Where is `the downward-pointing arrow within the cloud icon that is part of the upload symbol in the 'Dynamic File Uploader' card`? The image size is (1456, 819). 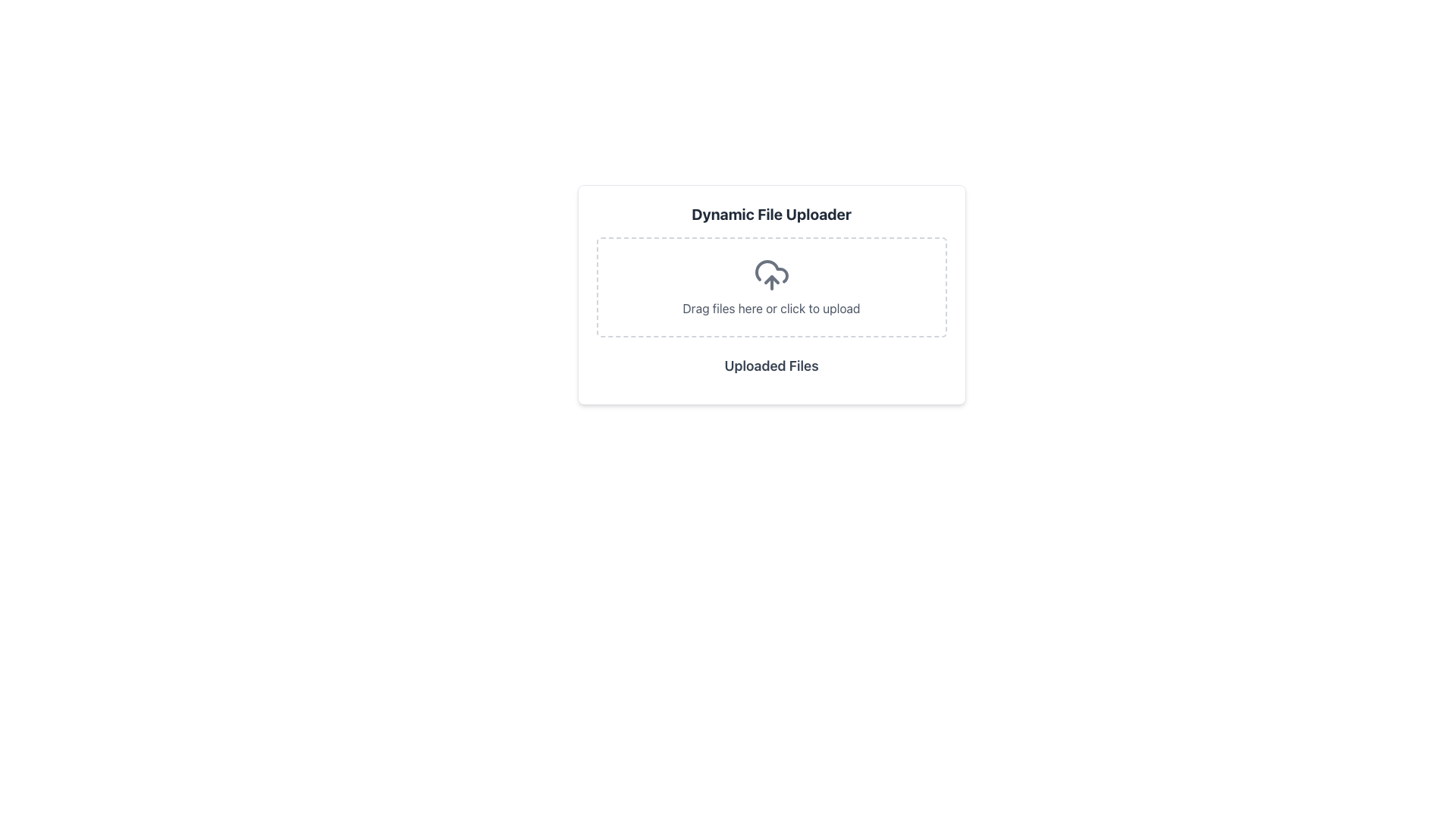 the downward-pointing arrow within the cloud icon that is part of the upload symbol in the 'Dynamic File Uploader' card is located at coordinates (771, 280).